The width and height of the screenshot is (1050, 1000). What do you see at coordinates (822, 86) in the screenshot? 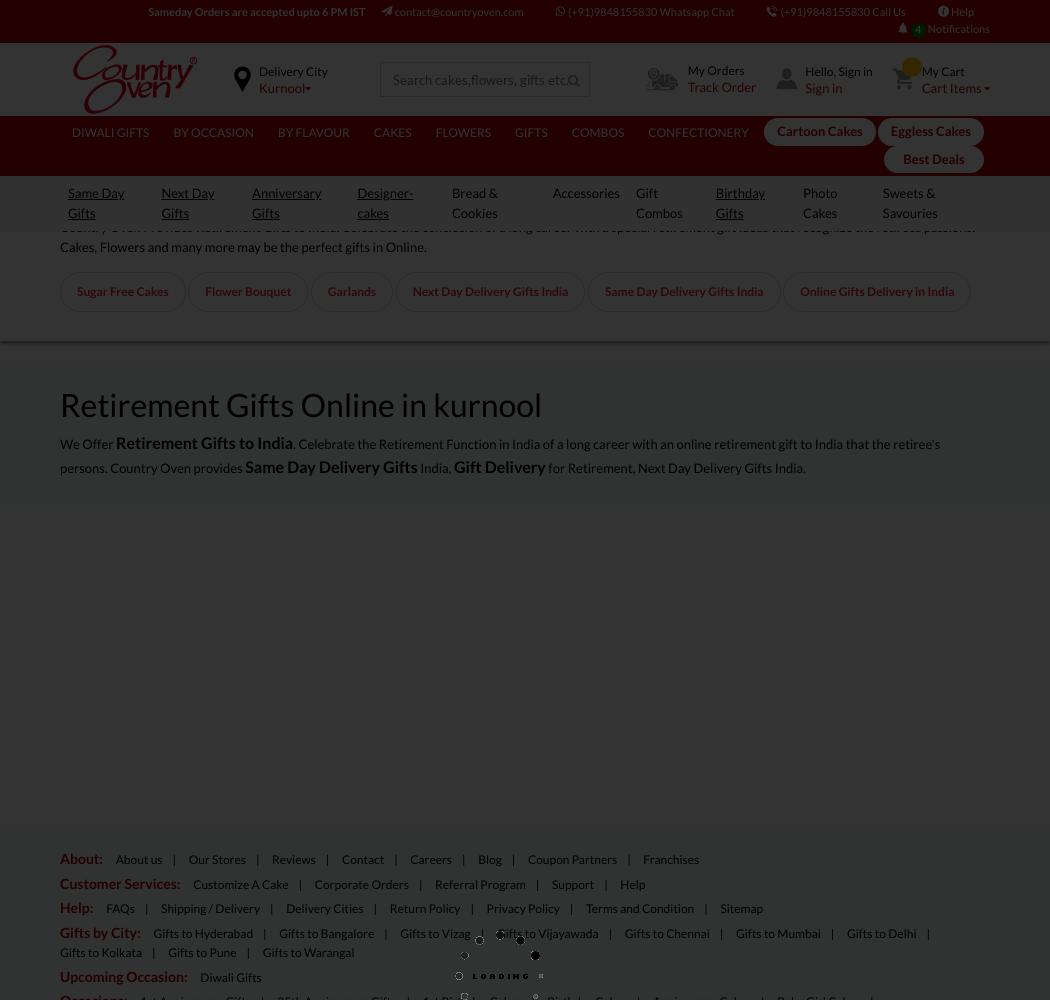
I see `'Sign in'` at bounding box center [822, 86].